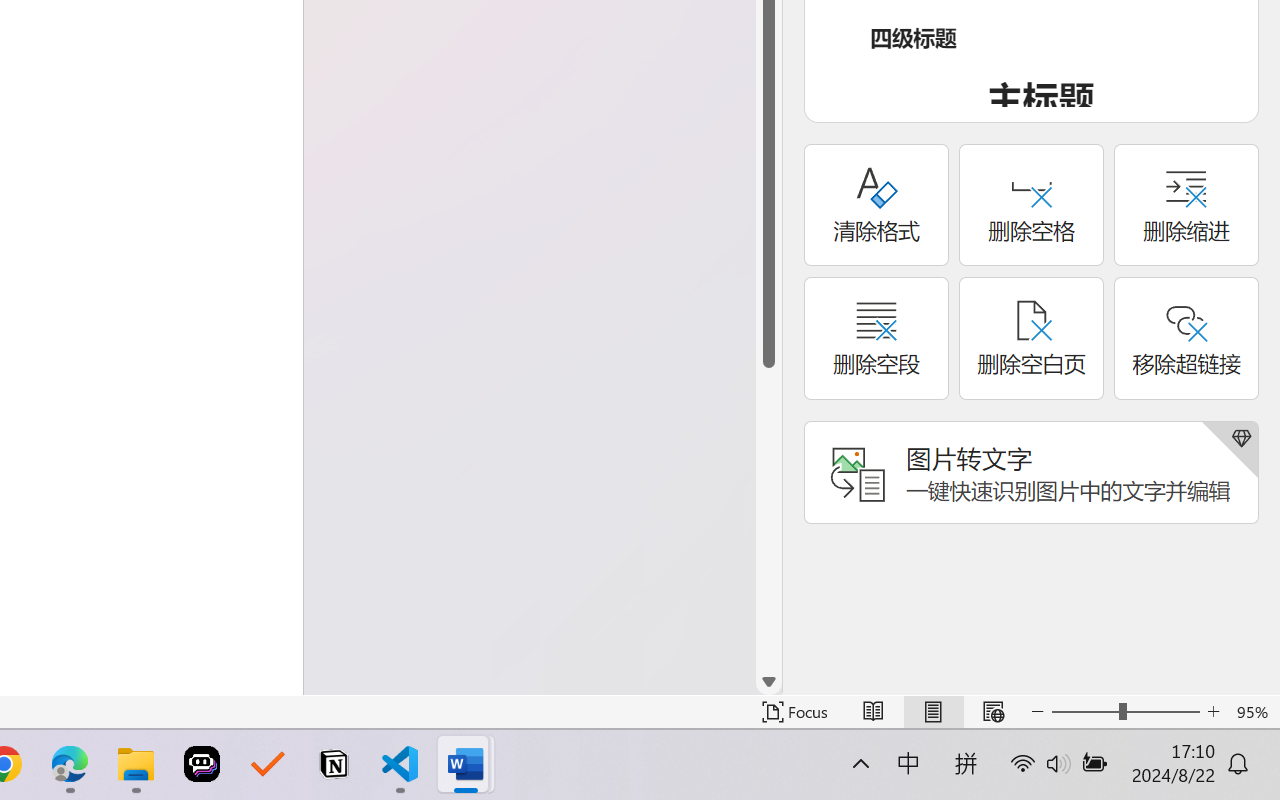  I want to click on 'Zoom 95%', so click(1252, 711).